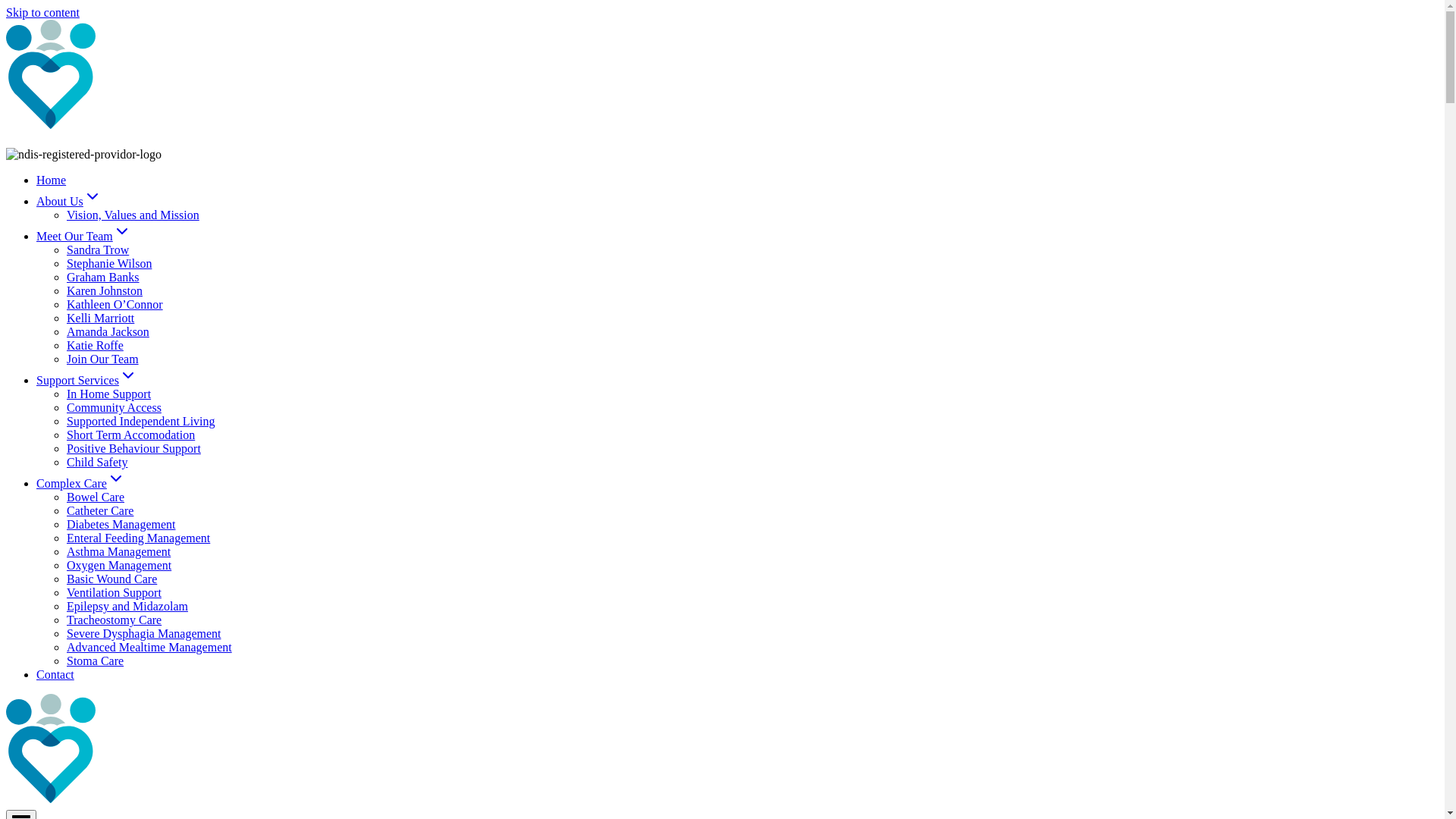 The height and width of the screenshot is (819, 1456). What do you see at coordinates (120, 523) in the screenshot?
I see `'Diabetes Management'` at bounding box center [120, 523].